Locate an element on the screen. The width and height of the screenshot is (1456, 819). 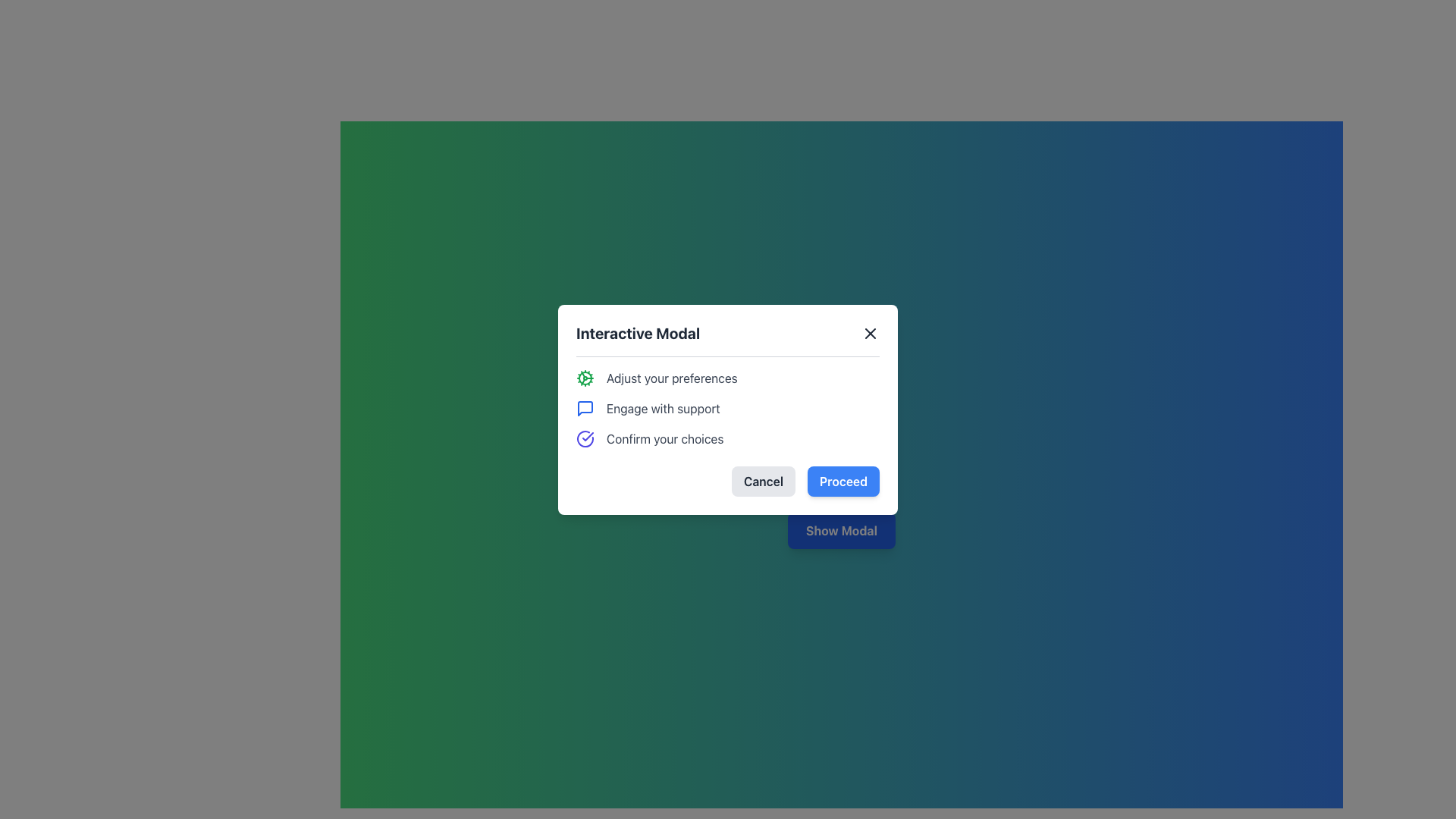
the 'Cancel' button in the horizontal button group located at the bottom-right section of the modal dialog is located at coordinates (728, 481).